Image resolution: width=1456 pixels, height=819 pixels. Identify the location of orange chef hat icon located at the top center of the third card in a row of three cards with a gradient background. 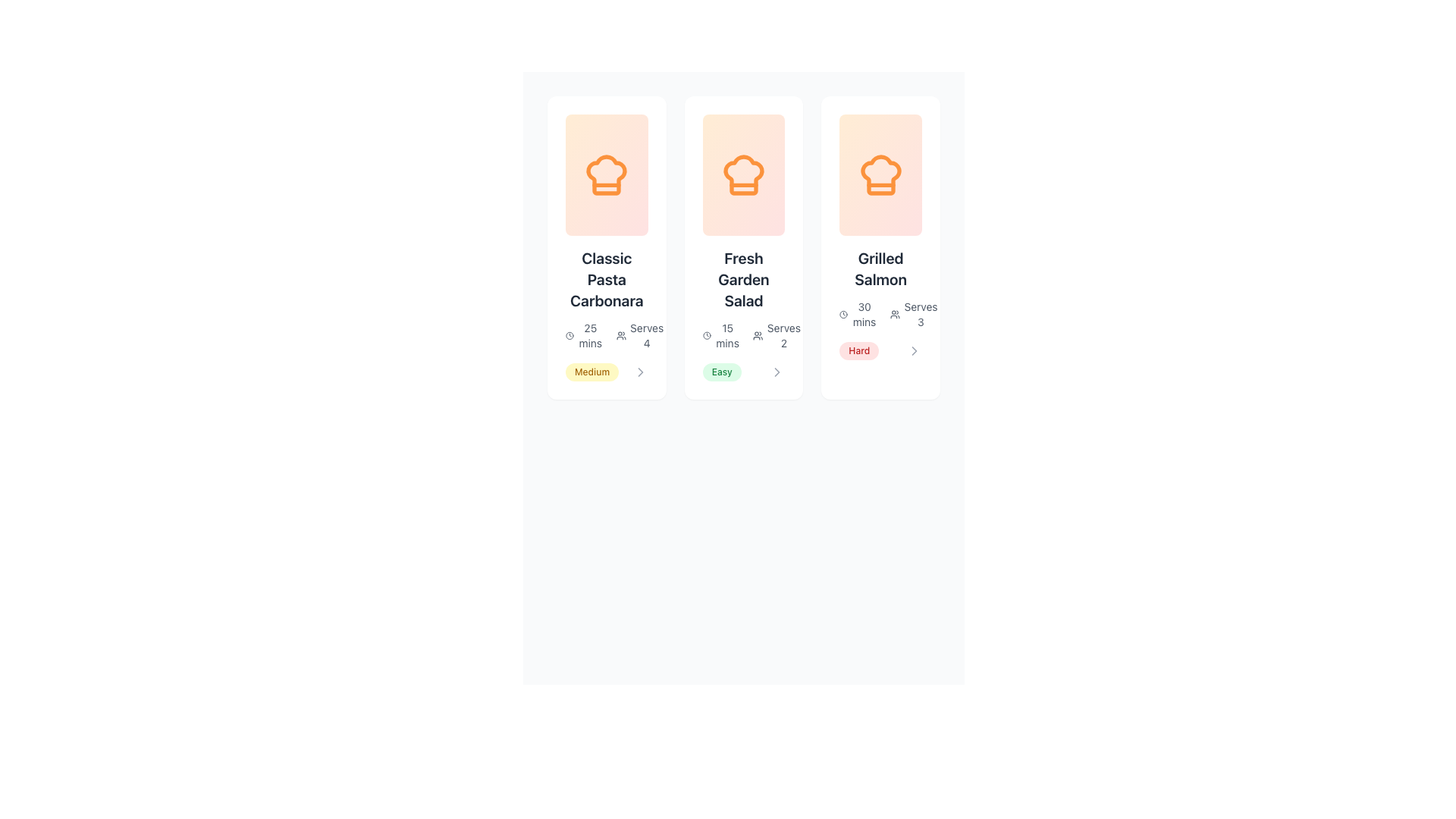
(880, 174).